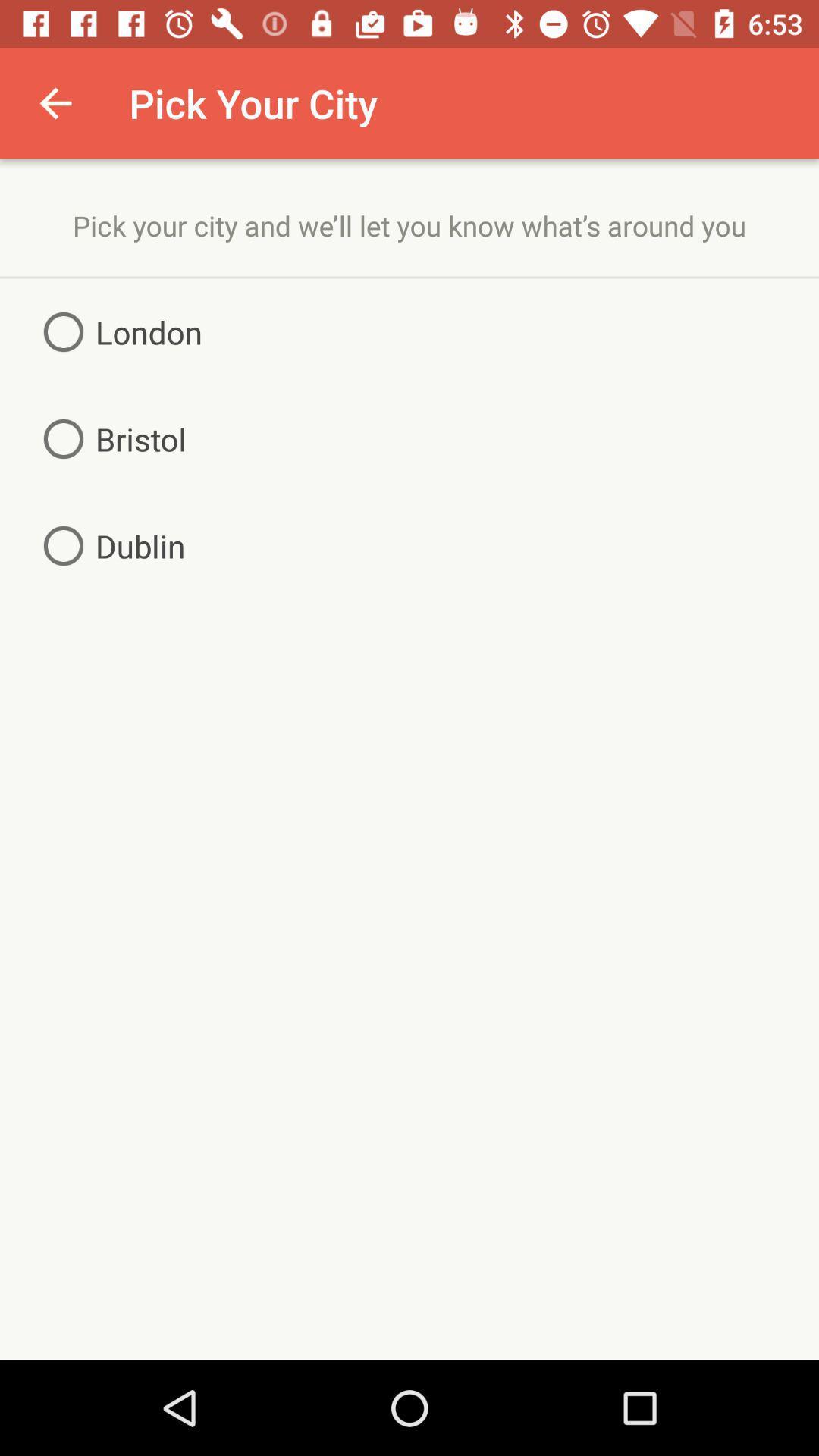  I want to click on item next to  pick your city item, so click(55, 102).